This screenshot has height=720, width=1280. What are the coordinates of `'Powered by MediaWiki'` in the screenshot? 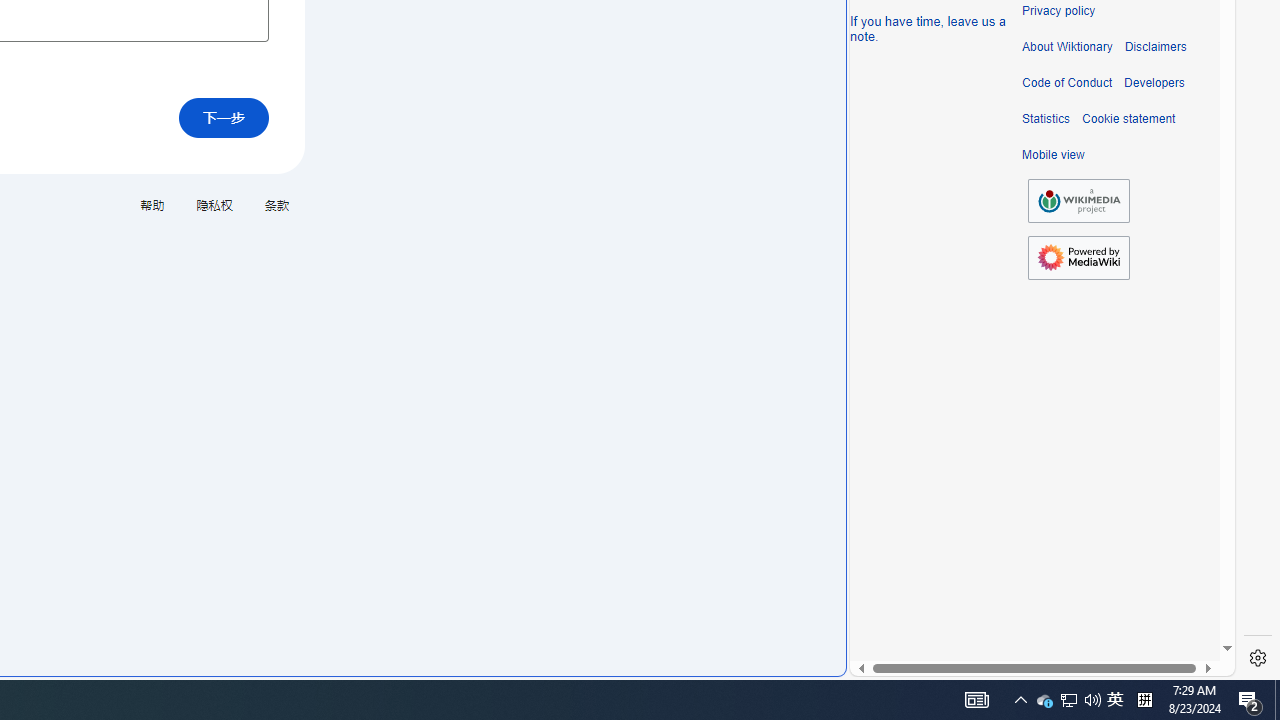 It's located at (1078, 256).